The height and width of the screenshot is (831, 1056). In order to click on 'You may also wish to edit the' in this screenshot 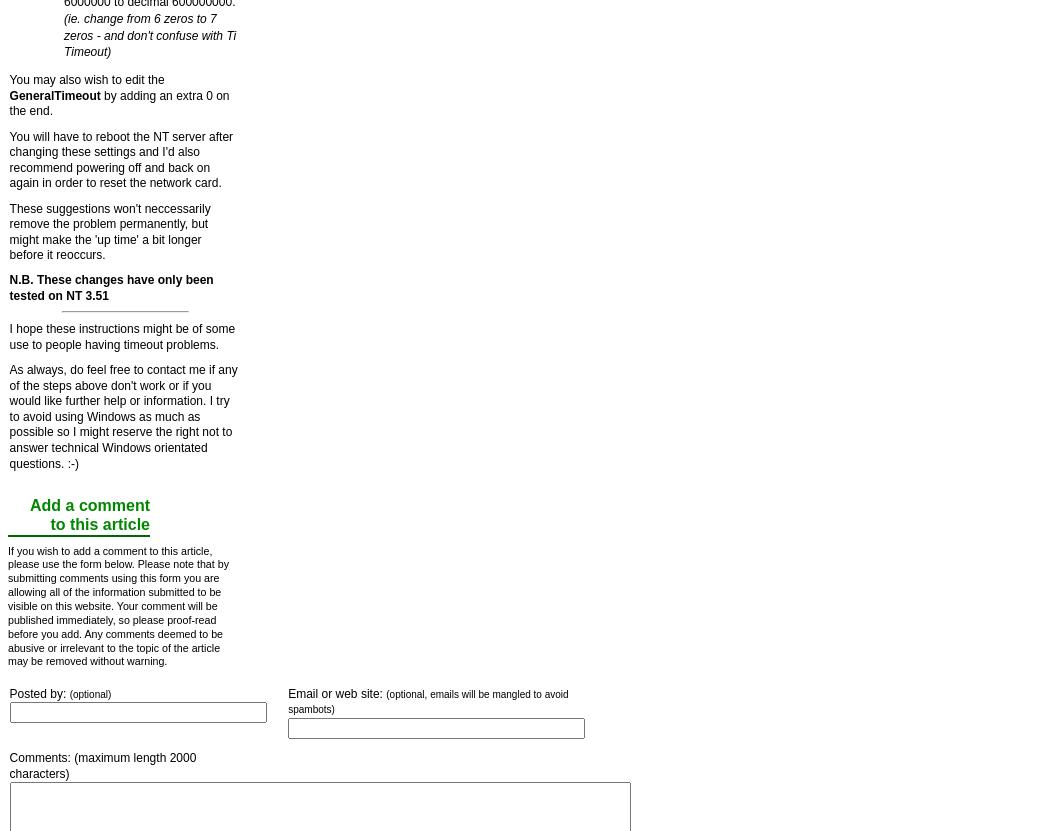, I will do `click(85, 79)`.